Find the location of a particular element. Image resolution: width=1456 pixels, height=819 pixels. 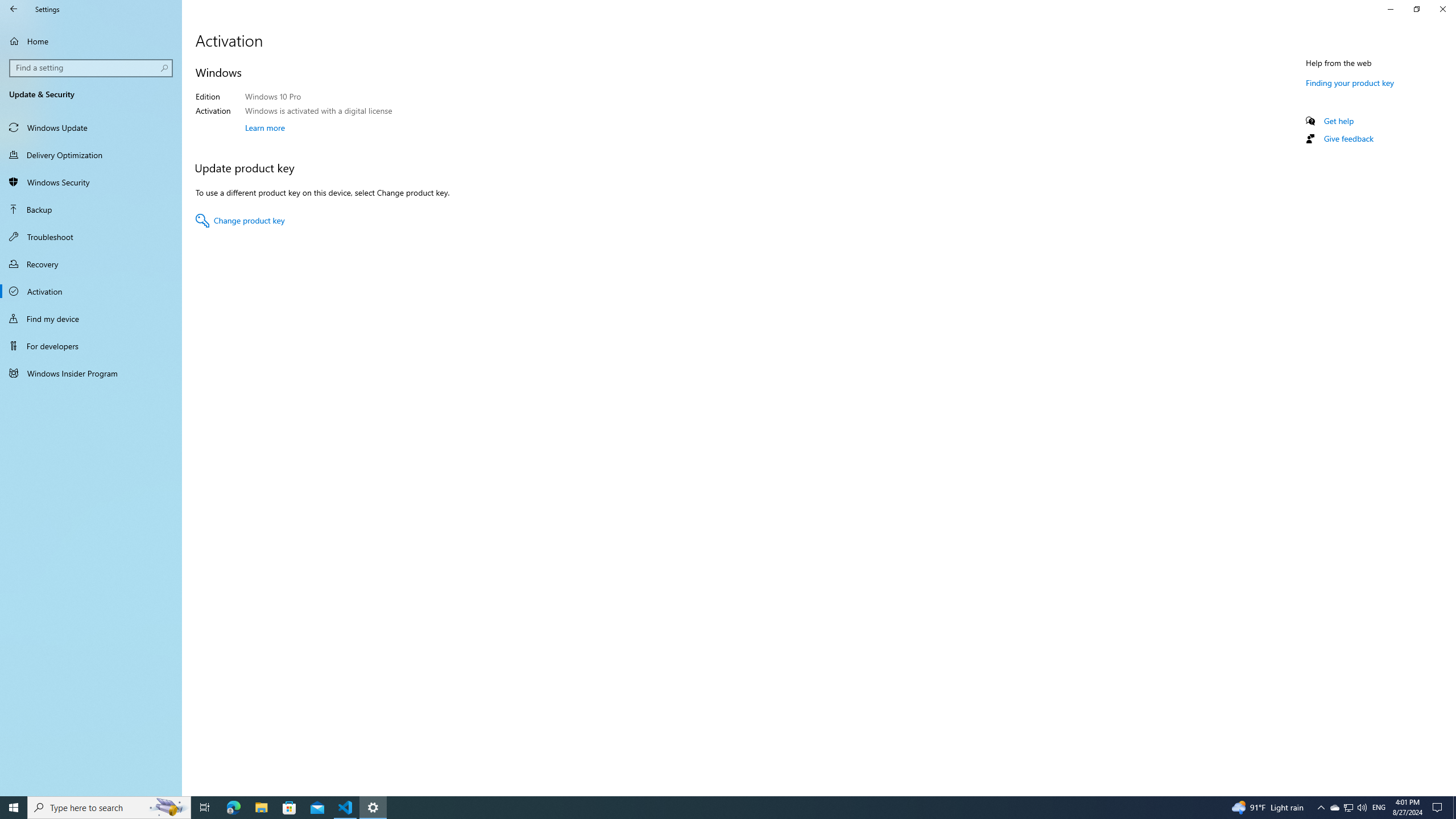

'Give feedback' is located at coordinates (1347, 138).